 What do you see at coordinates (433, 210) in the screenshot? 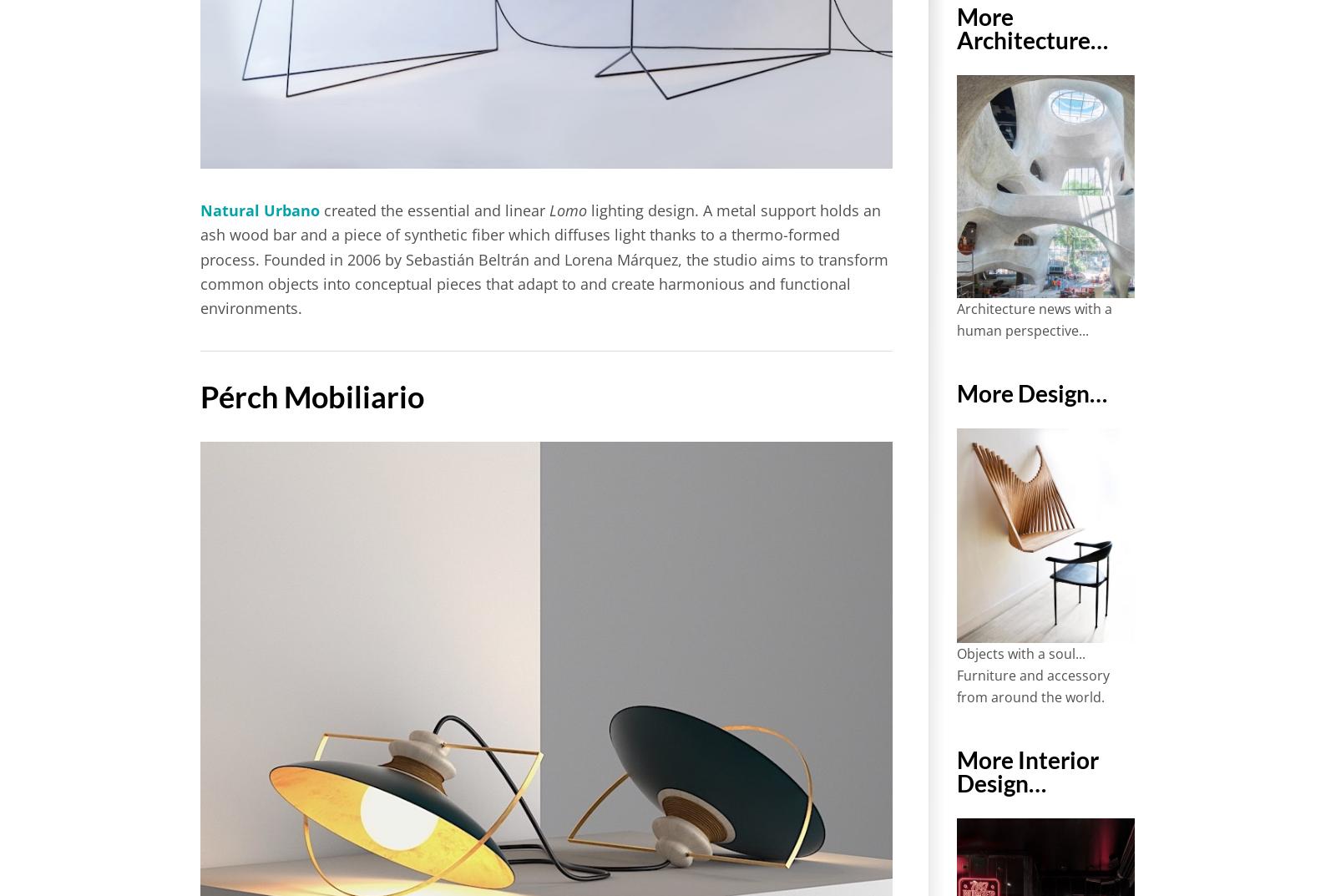
I see `'created the essential and linear'` at bounding box center [433, 210].